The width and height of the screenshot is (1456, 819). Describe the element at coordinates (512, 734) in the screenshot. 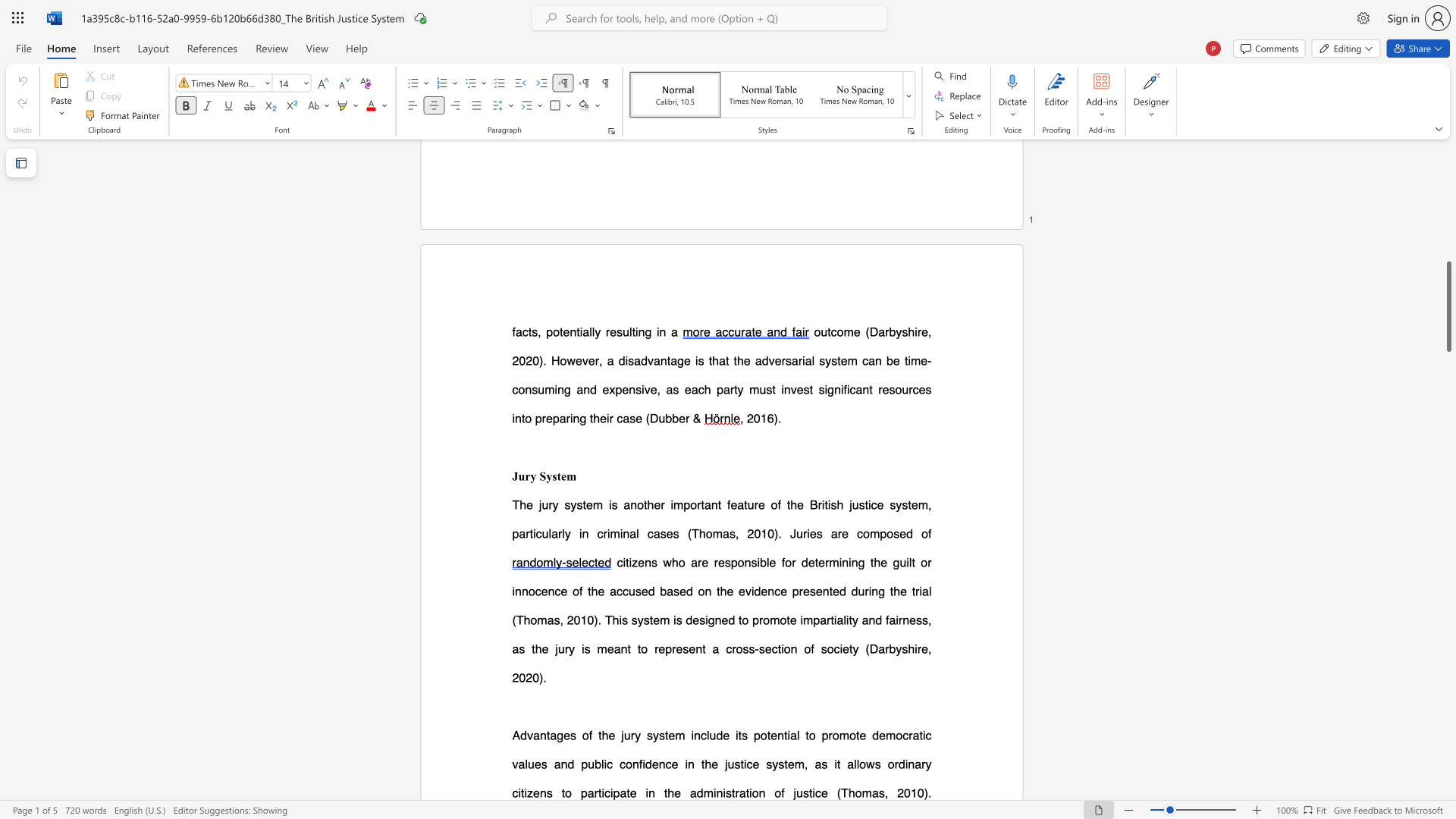

I see `the subset text "Advantages of the jury system include its potential to promote democratic values and public confidence in the justice sys" within the text "Advantages of the jury system include its potential to promote democratic values and public confidence in the justice system, as it allows ordinary citizens to"` at that location.